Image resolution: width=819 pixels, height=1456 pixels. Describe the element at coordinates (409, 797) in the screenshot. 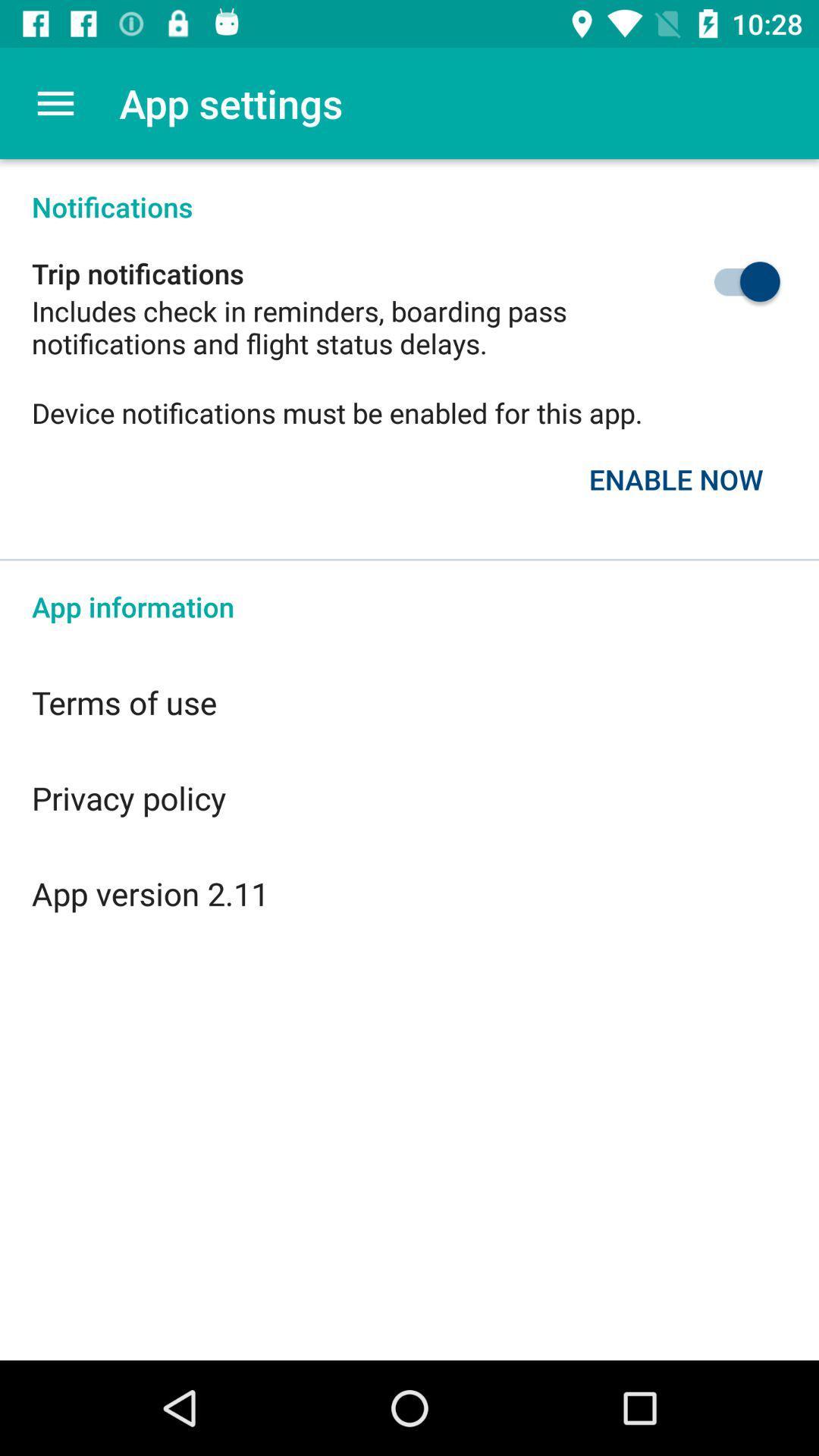

I see `the privacy policy item` at that location.